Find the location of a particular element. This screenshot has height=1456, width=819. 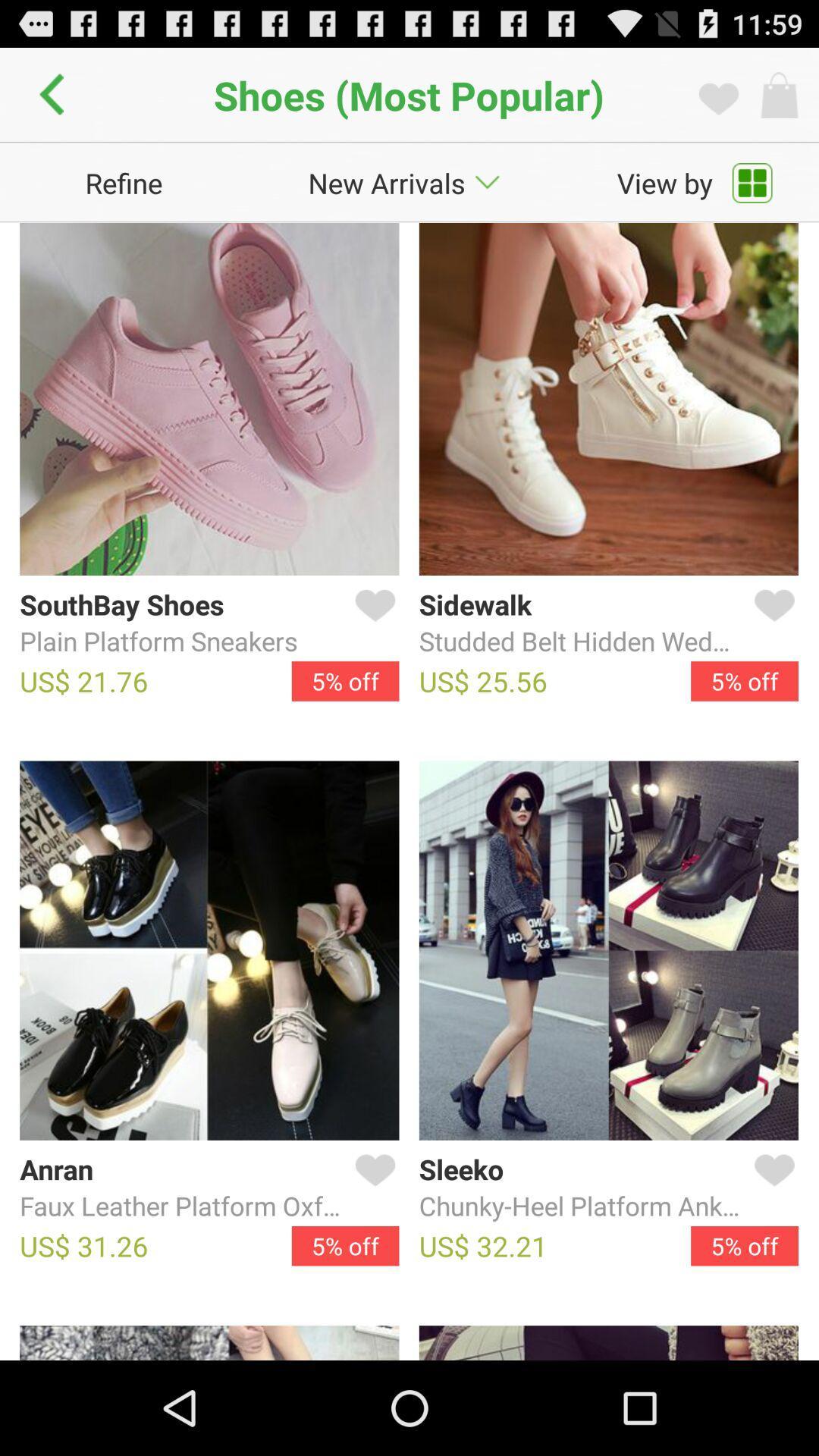

the item next to the shoes (most popular) is located at coordinates (55, 94).